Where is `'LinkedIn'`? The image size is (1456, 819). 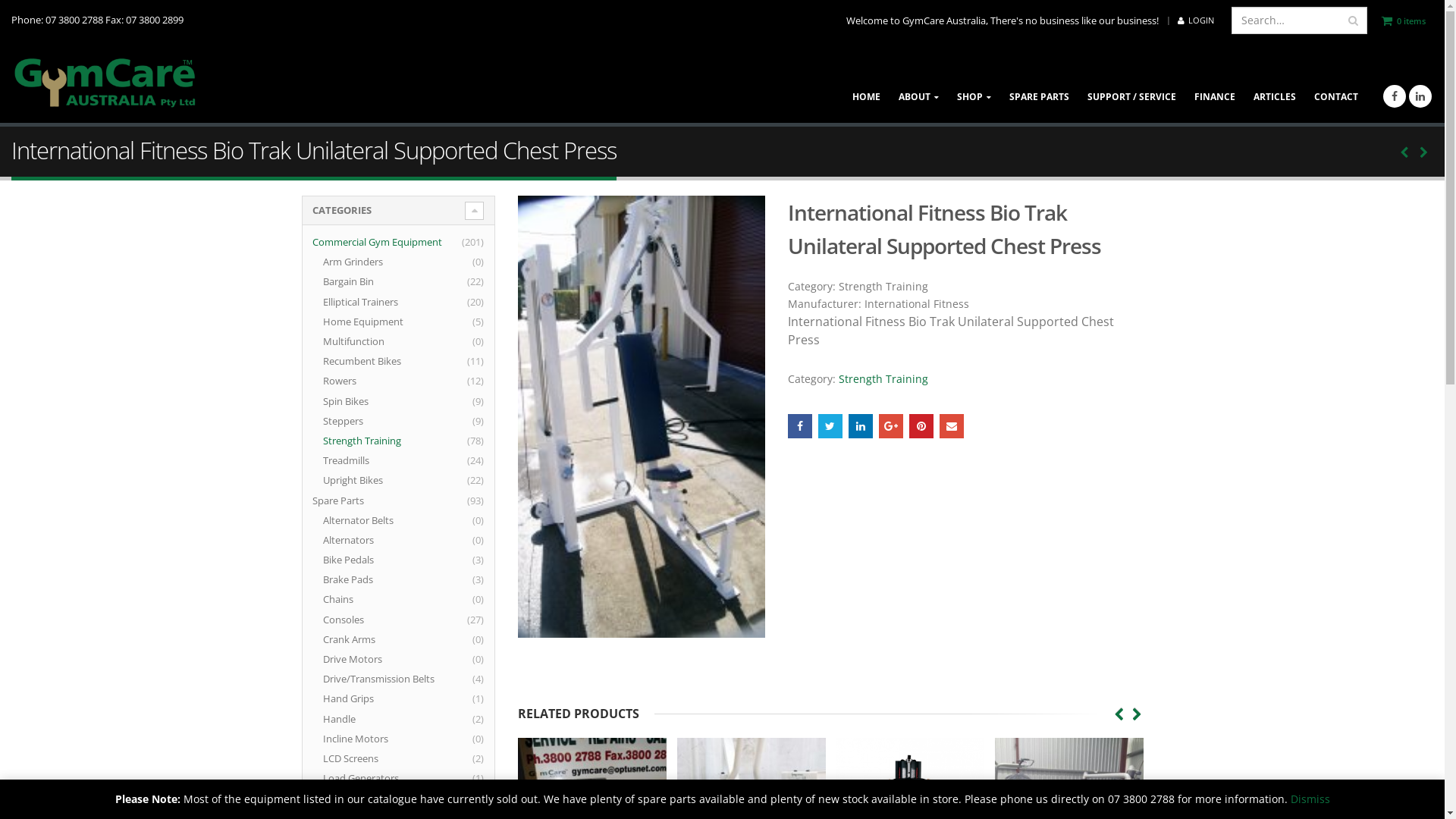
'LinkedIn' is located at coordinates (860, 426).